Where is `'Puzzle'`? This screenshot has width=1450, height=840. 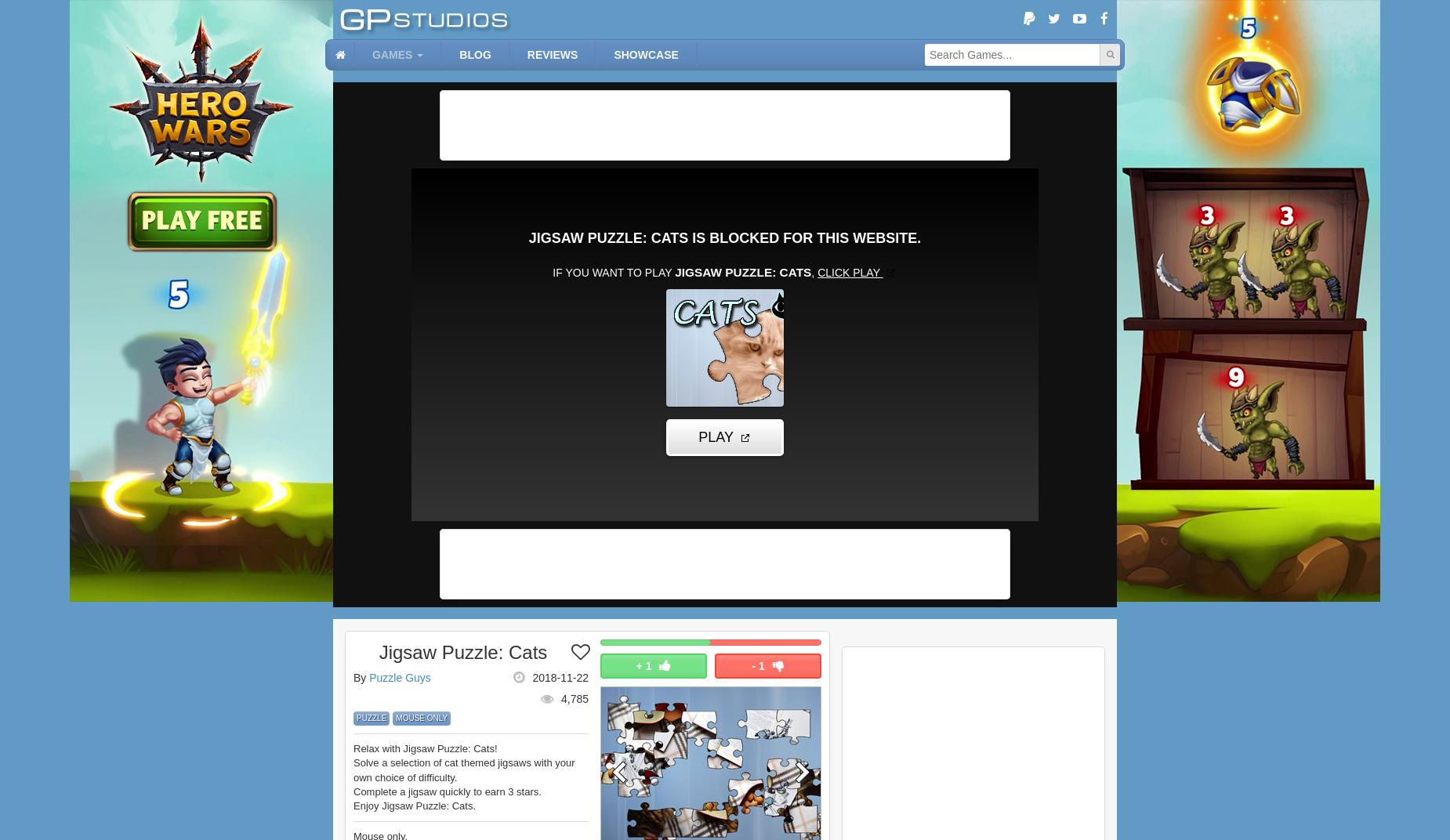
'Puzzle' is located at coordinates (371, 717).